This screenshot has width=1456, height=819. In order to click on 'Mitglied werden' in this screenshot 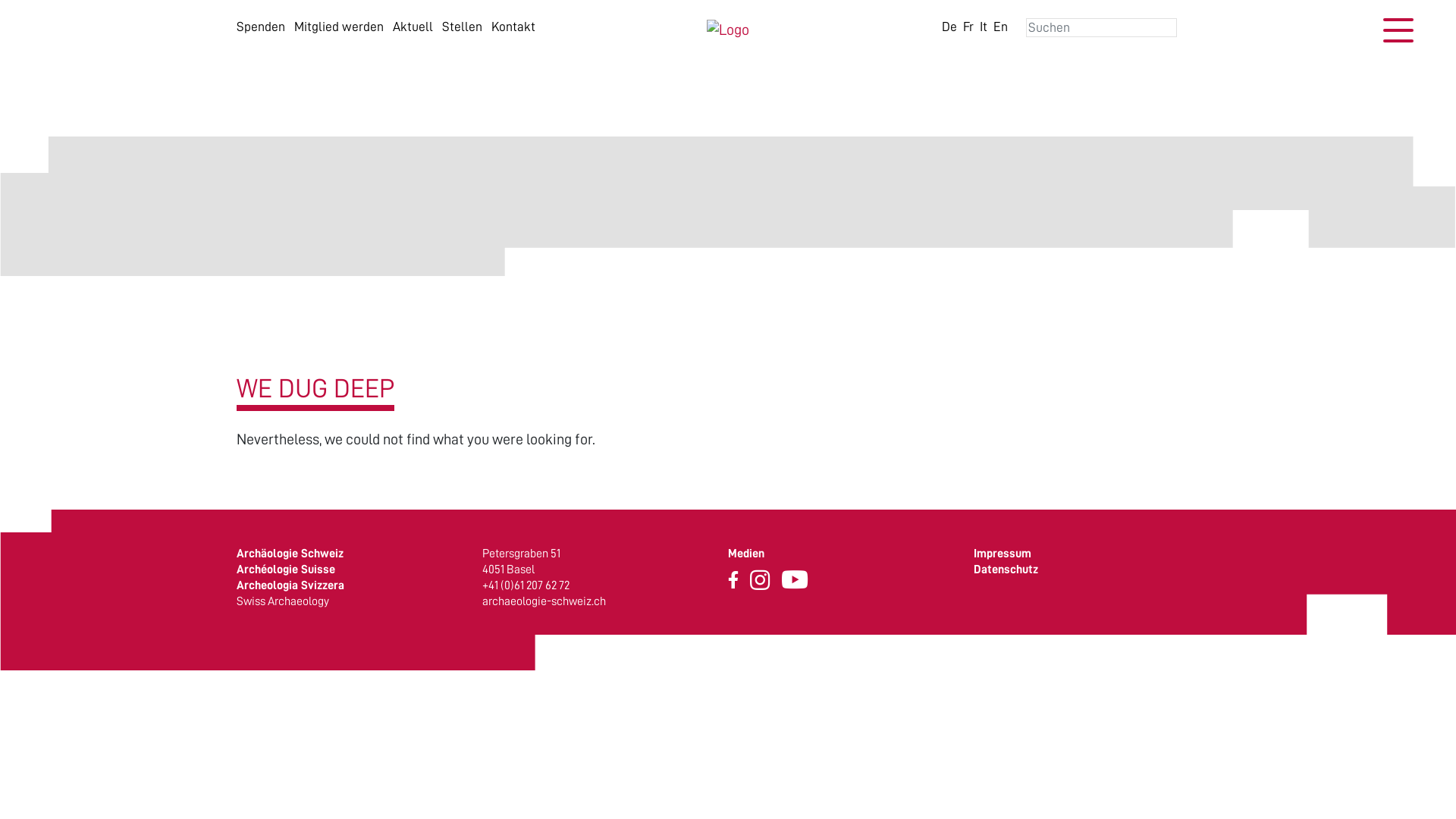, I will do `click(337, 26)`.